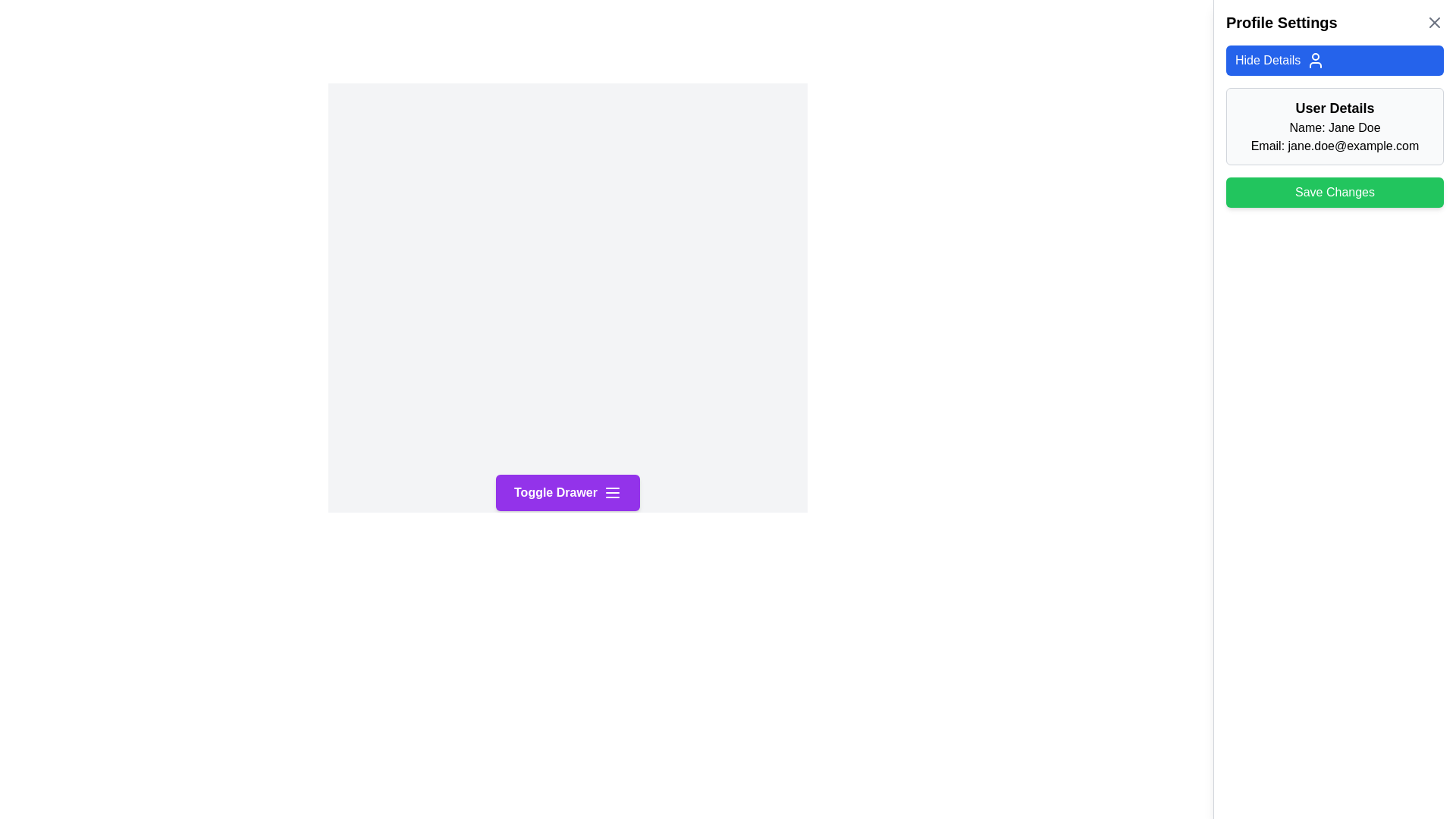  Describe the element at coordinates (1335, 192) in the screenshot. I see `the 'Save Changes' button located at the bottom of the 'Profile Settings' panel, which has a green background and rounded corners` at that location.